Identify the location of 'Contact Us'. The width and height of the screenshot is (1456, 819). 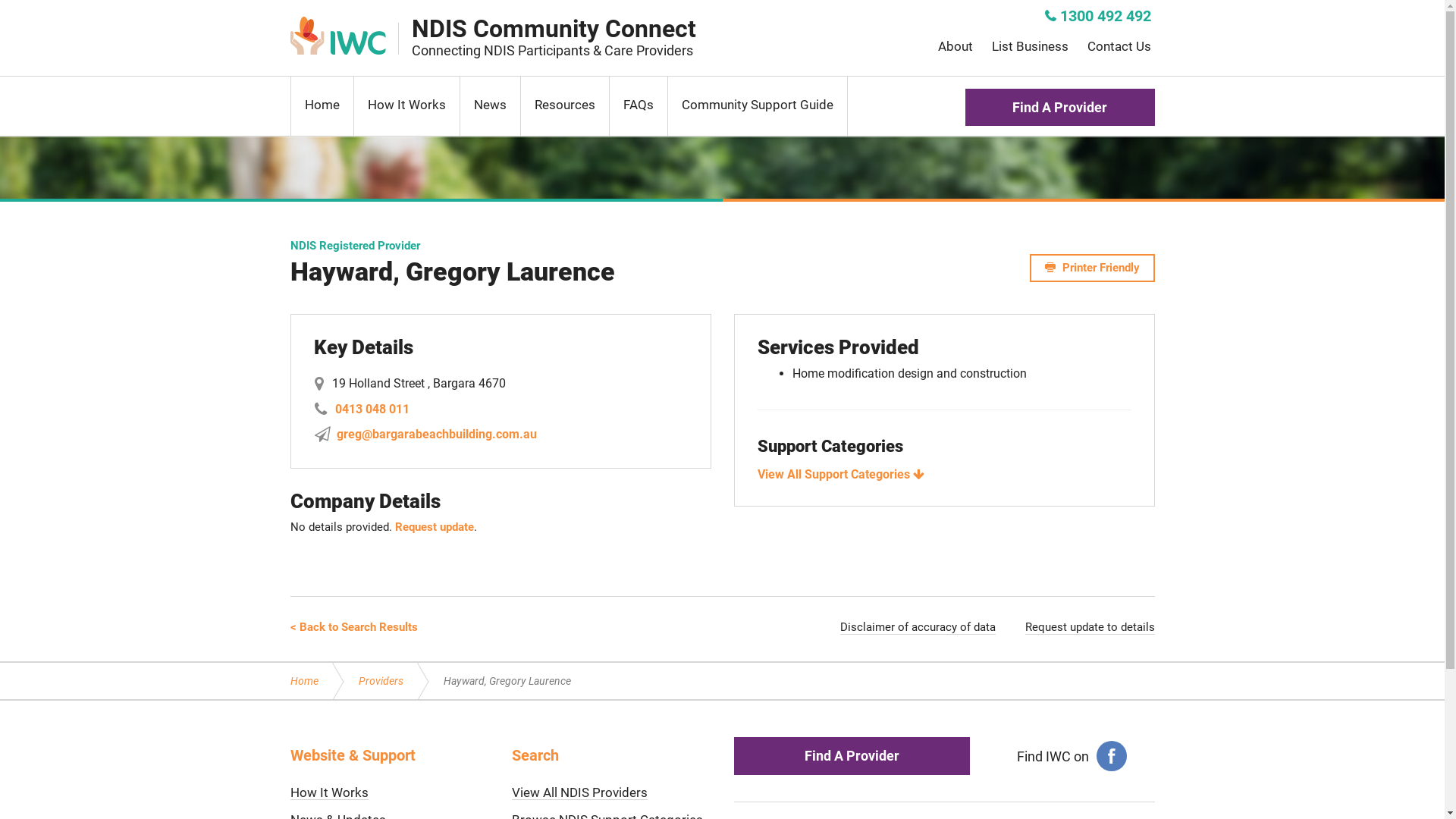
(1119, 45).